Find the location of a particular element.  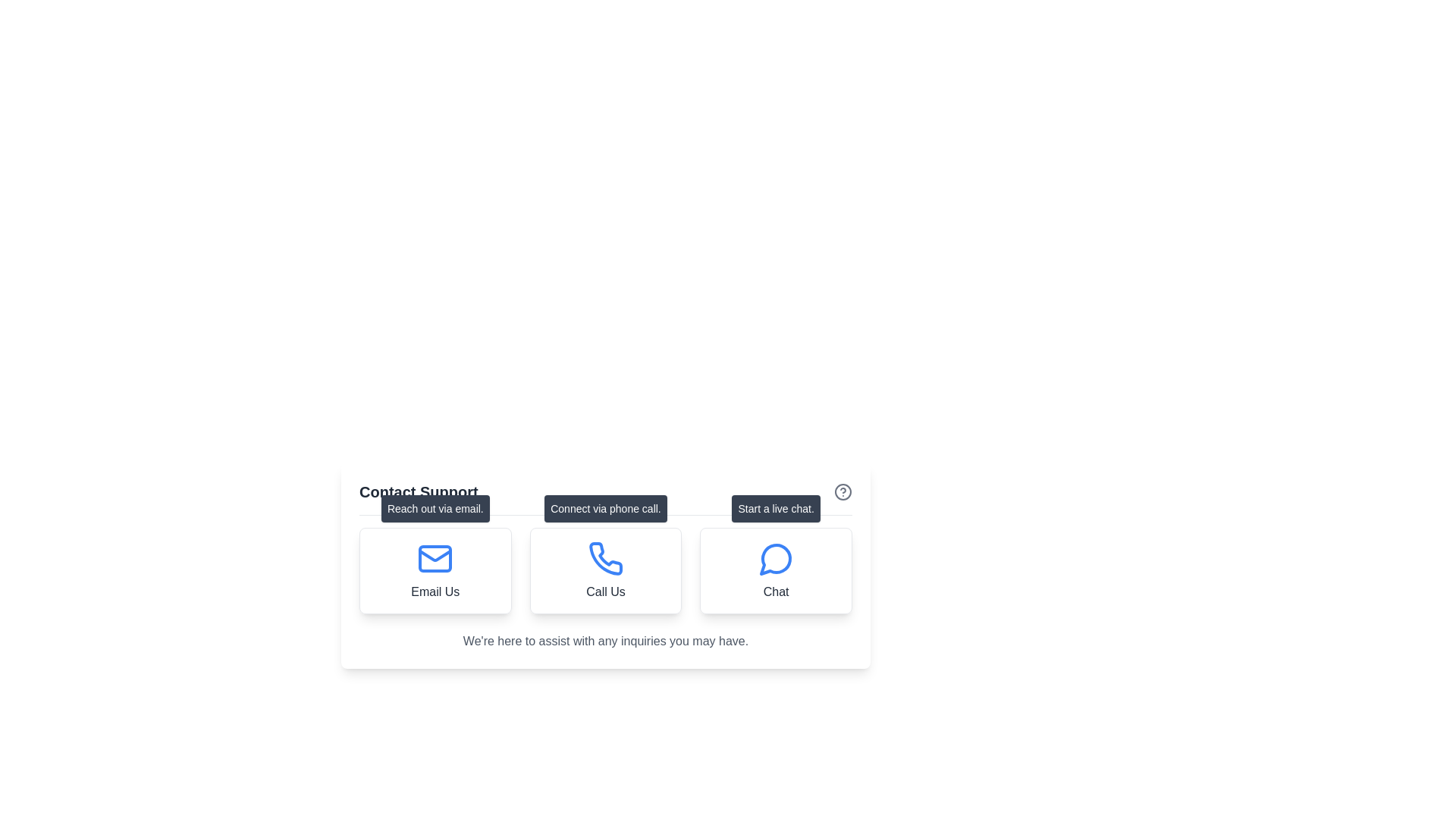

the help icon located on the rightmost side of the 'Contact Support' section header, aligned horizontally with the title text is located at coordinates (843, 491).